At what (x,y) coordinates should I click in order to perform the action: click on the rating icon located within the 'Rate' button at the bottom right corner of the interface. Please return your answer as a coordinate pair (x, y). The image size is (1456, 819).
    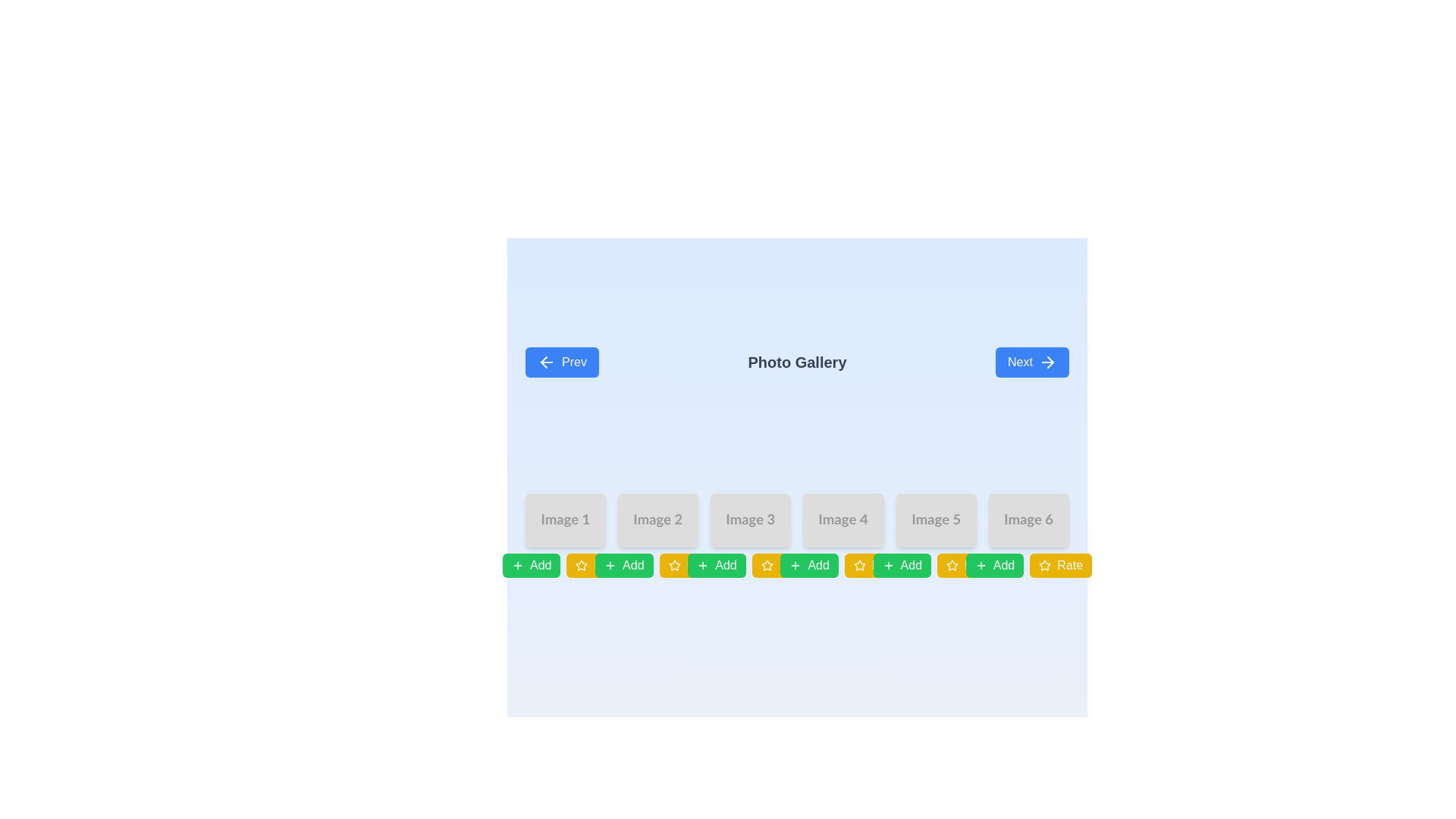
    Looking at the image, I should click on (581, 565).